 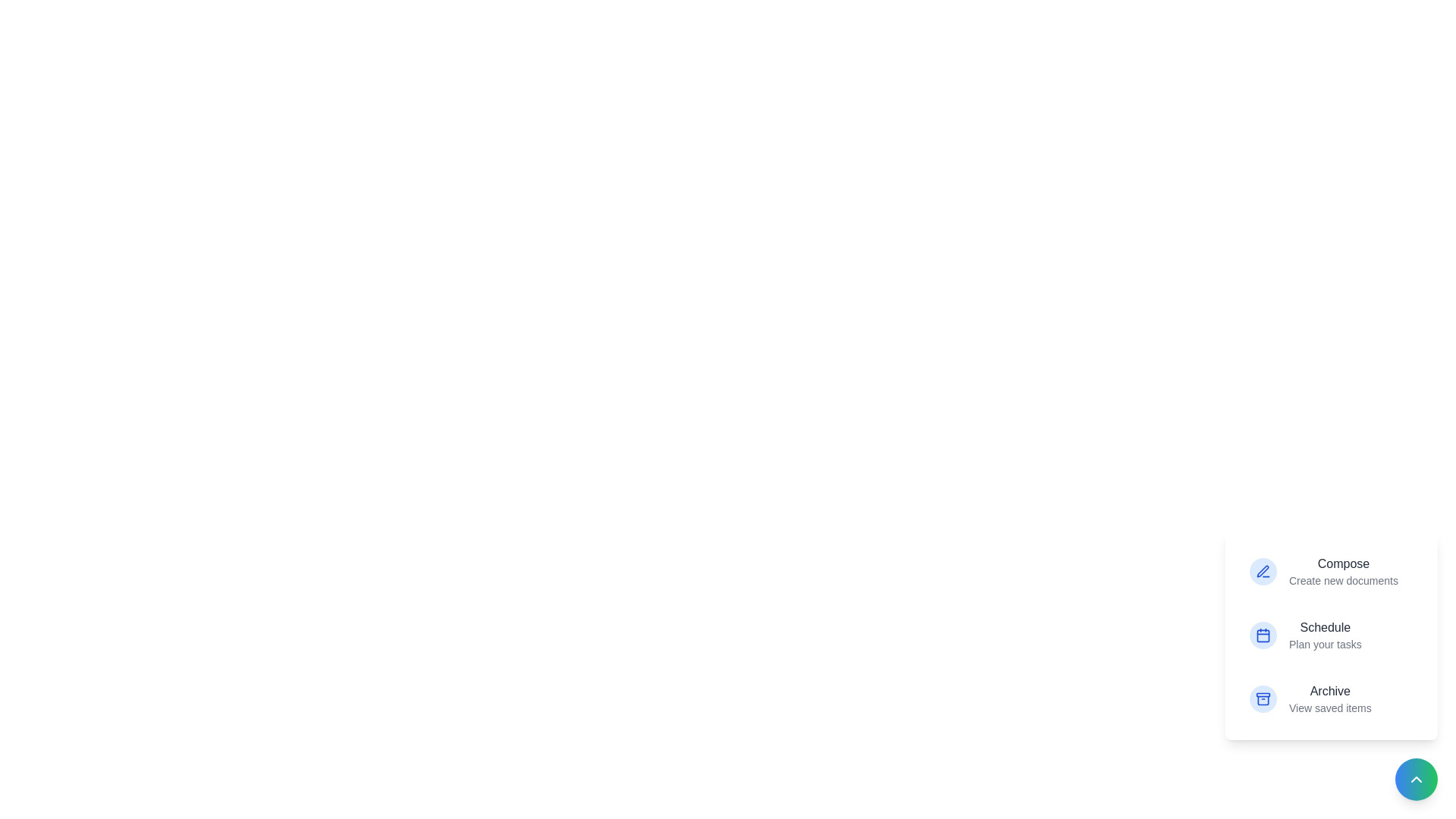 I want to click on the button with the arrow icon to toggle the menu visibility, so click(x=1415, y=780).